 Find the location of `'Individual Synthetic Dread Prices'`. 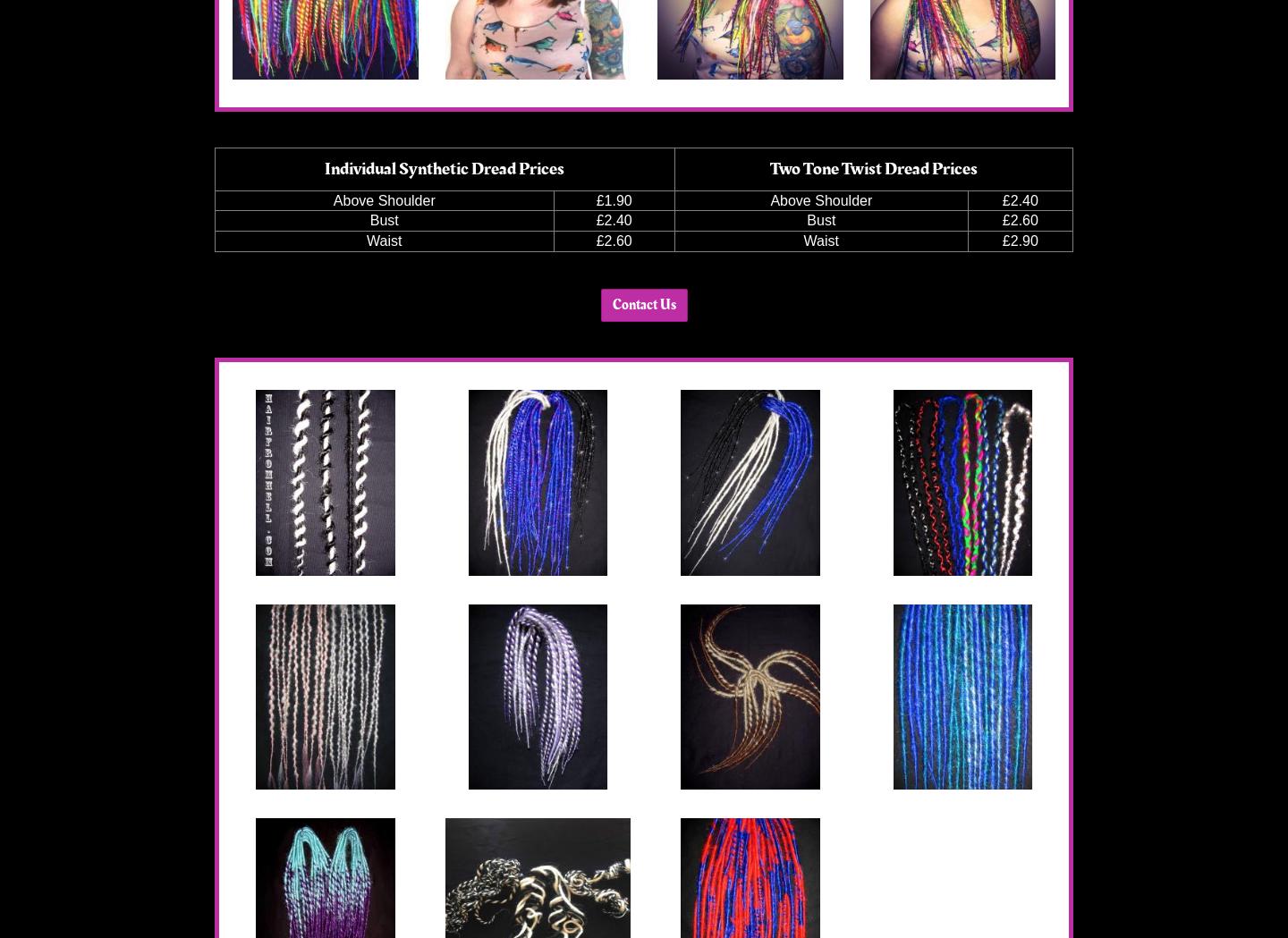

'Individual Synthetic Dread Prices' is located at coordinates (443, 166).